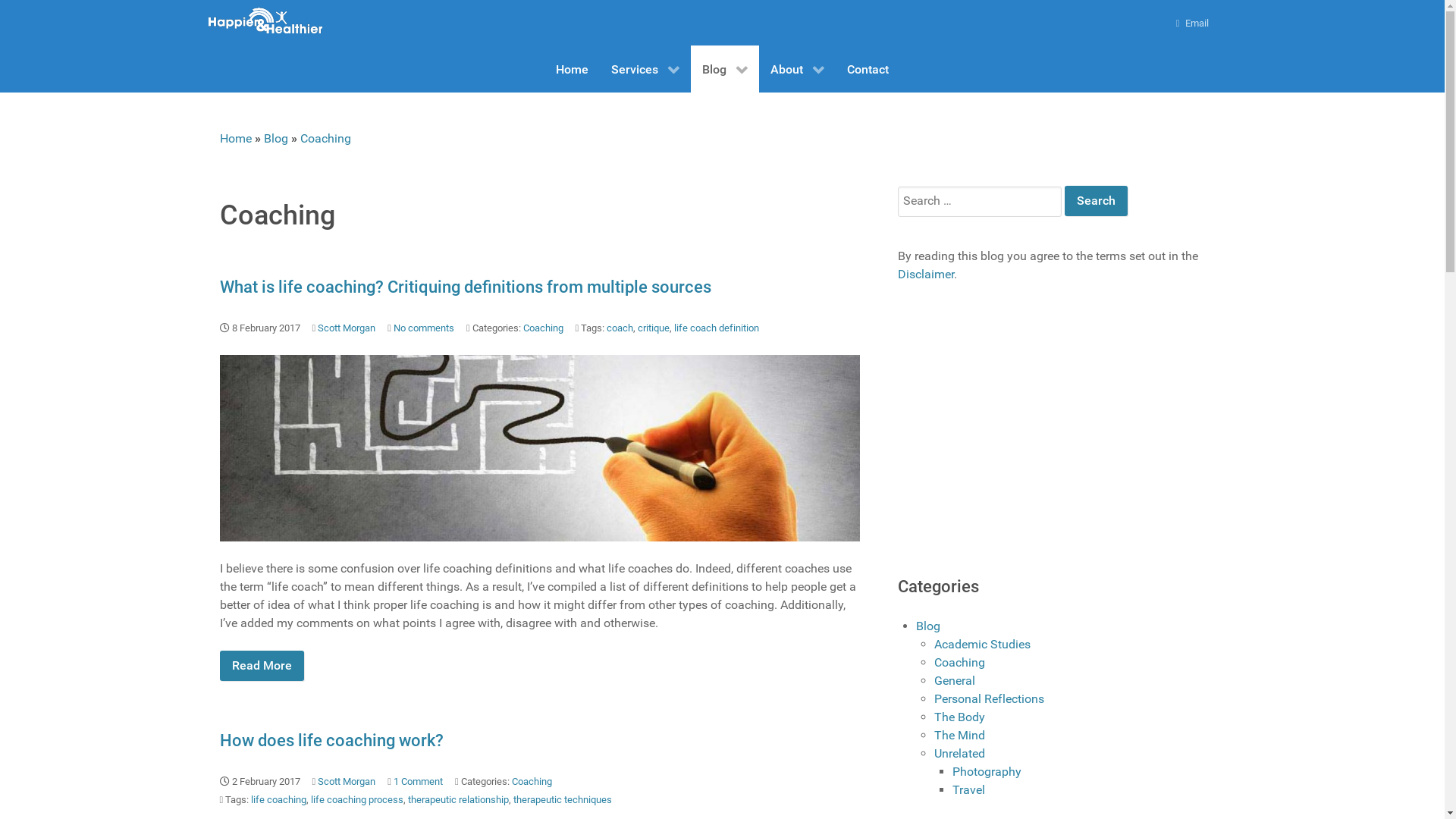 This screenshot has width=1456, height=819. Describe the element at coordinates (562, 799) in the screenshot. I see `'therapeutic techniques'` at that location.